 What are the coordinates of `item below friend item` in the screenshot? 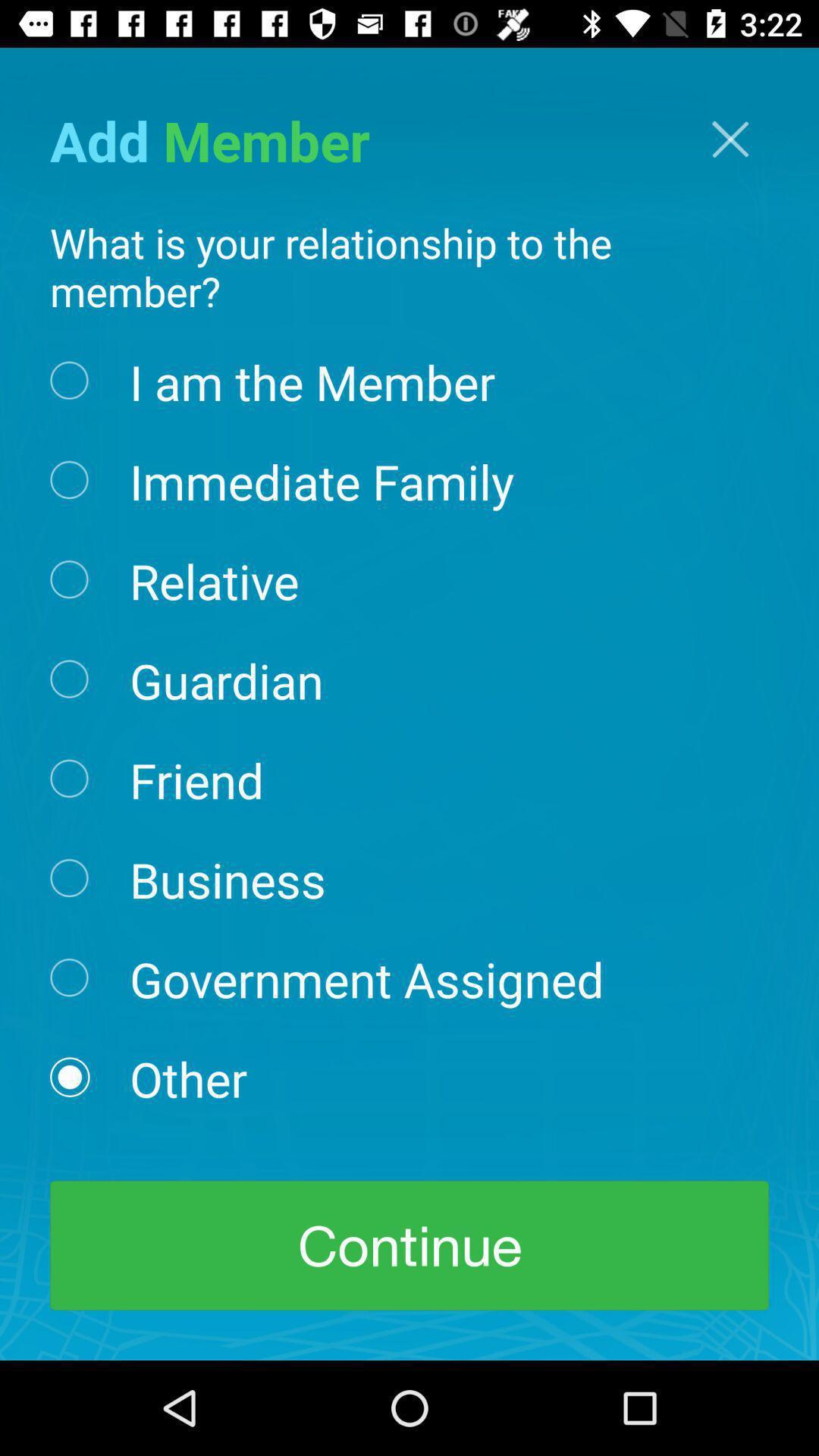 It's located at (227, 878).